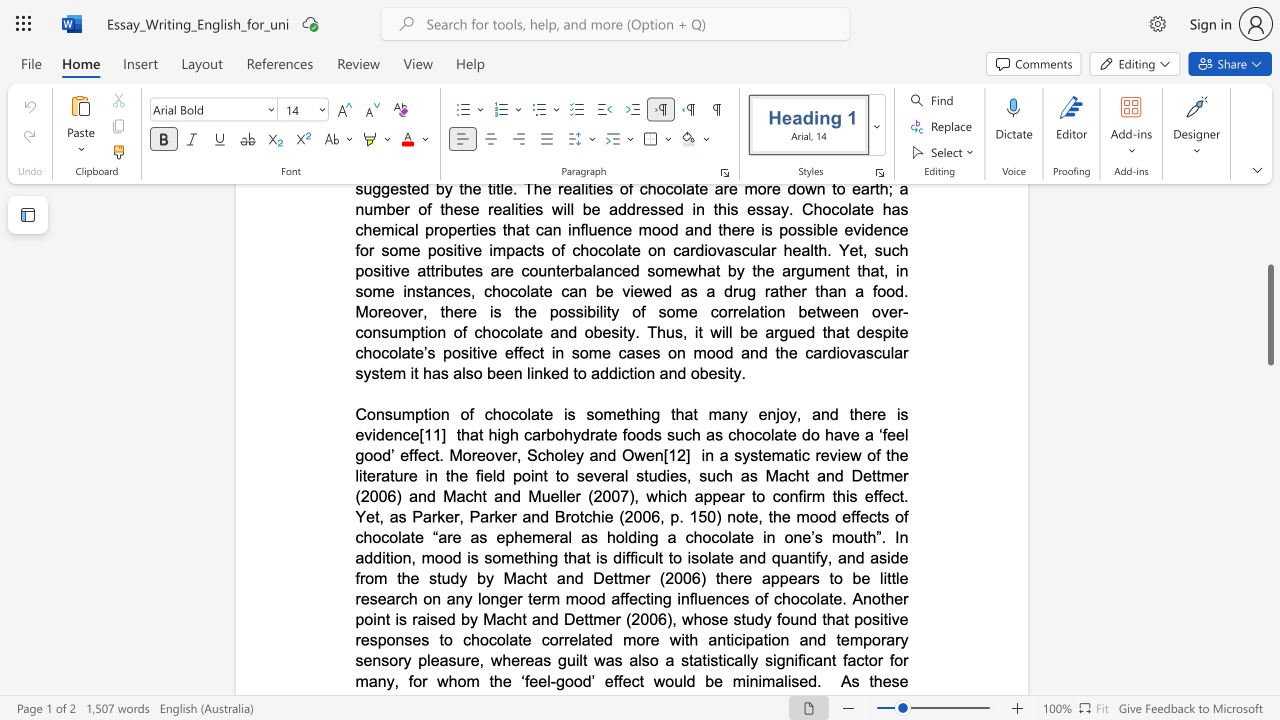 This screenshot has height=720, width=1280. I want to click on the scrollbar and move up 270 pixels, so click(1269, 315).